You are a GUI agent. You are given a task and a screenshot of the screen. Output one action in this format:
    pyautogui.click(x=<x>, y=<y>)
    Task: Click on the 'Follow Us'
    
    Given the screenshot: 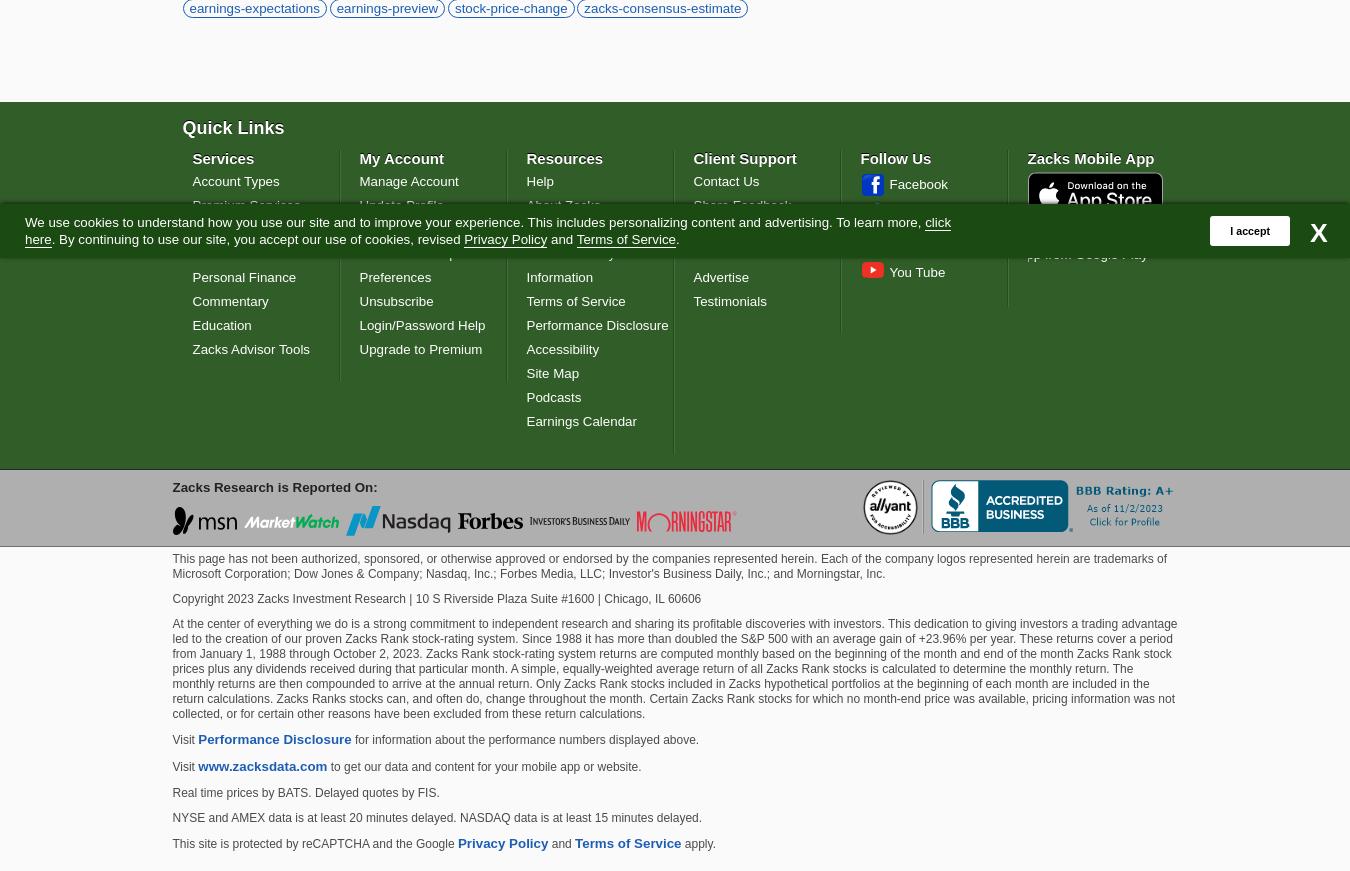 What is the action you would take?
    pyautogui.click(x=859, y=157)
    